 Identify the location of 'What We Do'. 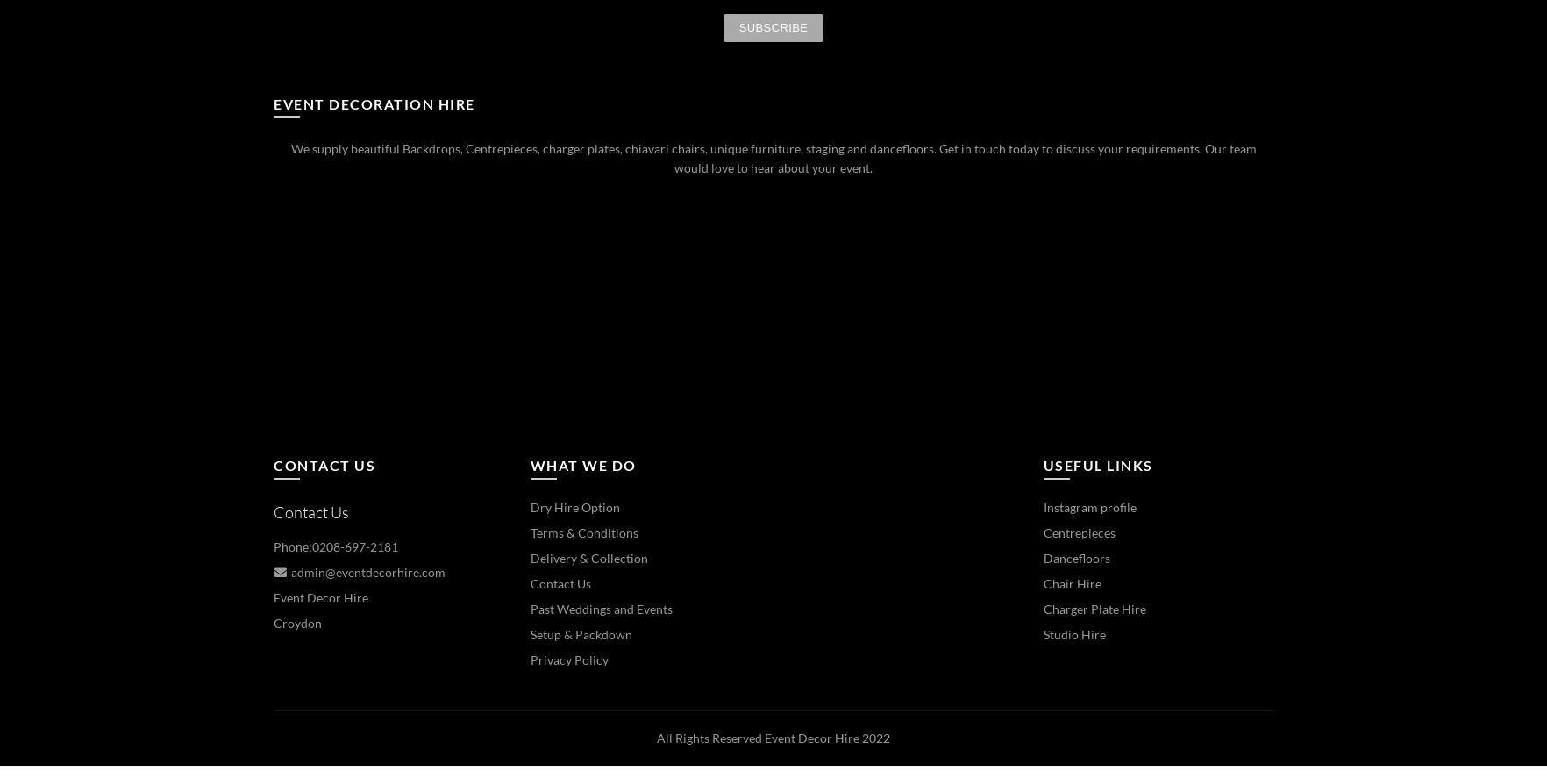
(582, 465).